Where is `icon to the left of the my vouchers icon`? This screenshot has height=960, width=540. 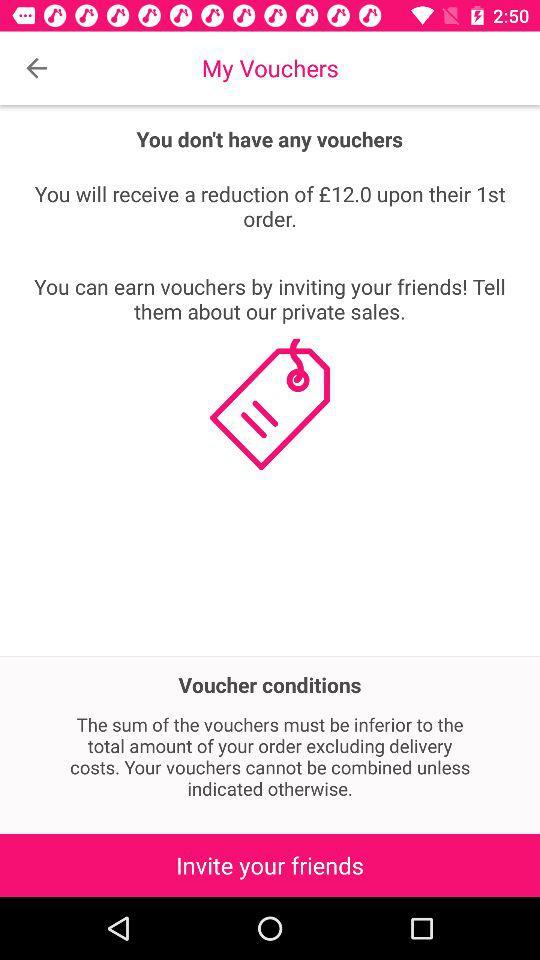
icon to the left of the my vouchers icon is located at coordinates (36, 68).